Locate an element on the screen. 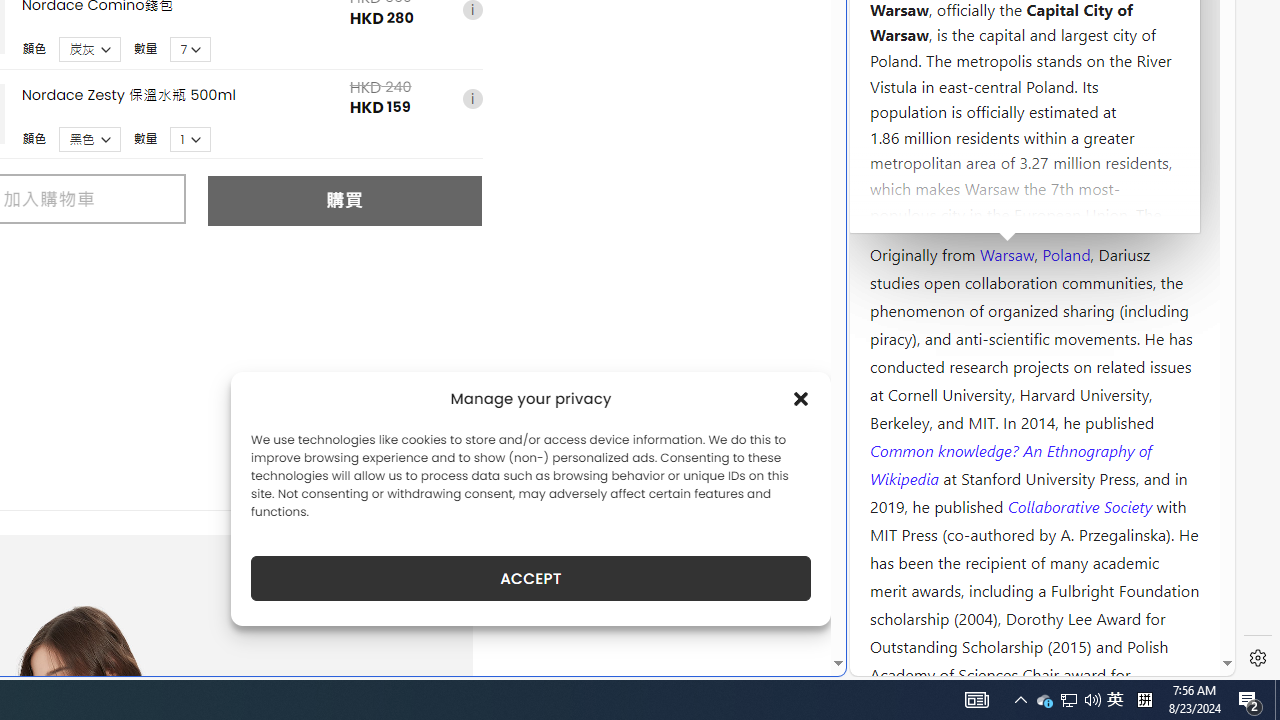 The height and width of the screenshot is (720, 1280). 'Kozminski University' is located at coordinates (1034, 135).